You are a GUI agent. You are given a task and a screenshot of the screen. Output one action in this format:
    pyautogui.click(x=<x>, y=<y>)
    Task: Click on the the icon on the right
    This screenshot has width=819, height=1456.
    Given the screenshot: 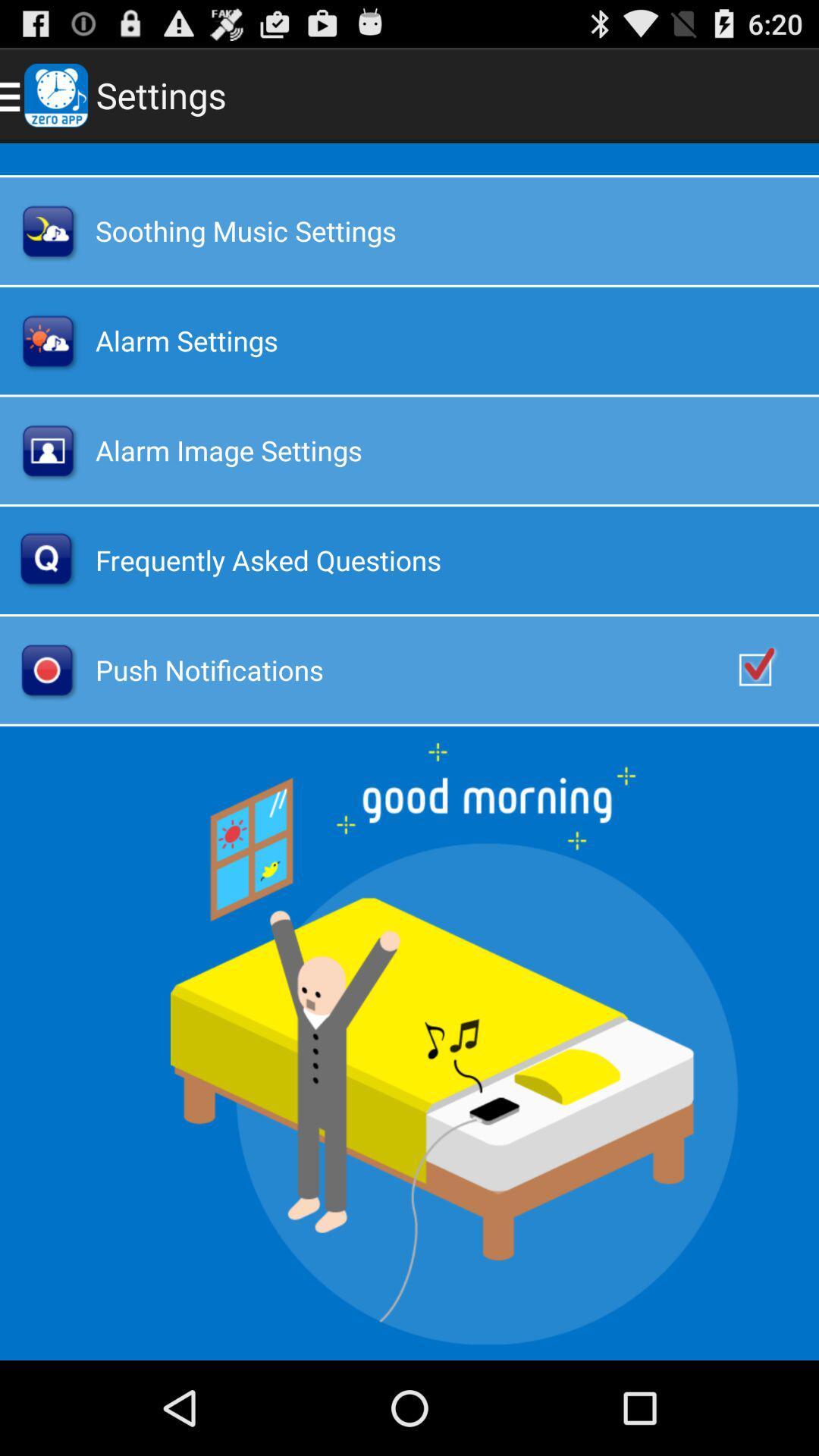 What is the action you would take?
    pyautogui.click(x=771, y=669)
    